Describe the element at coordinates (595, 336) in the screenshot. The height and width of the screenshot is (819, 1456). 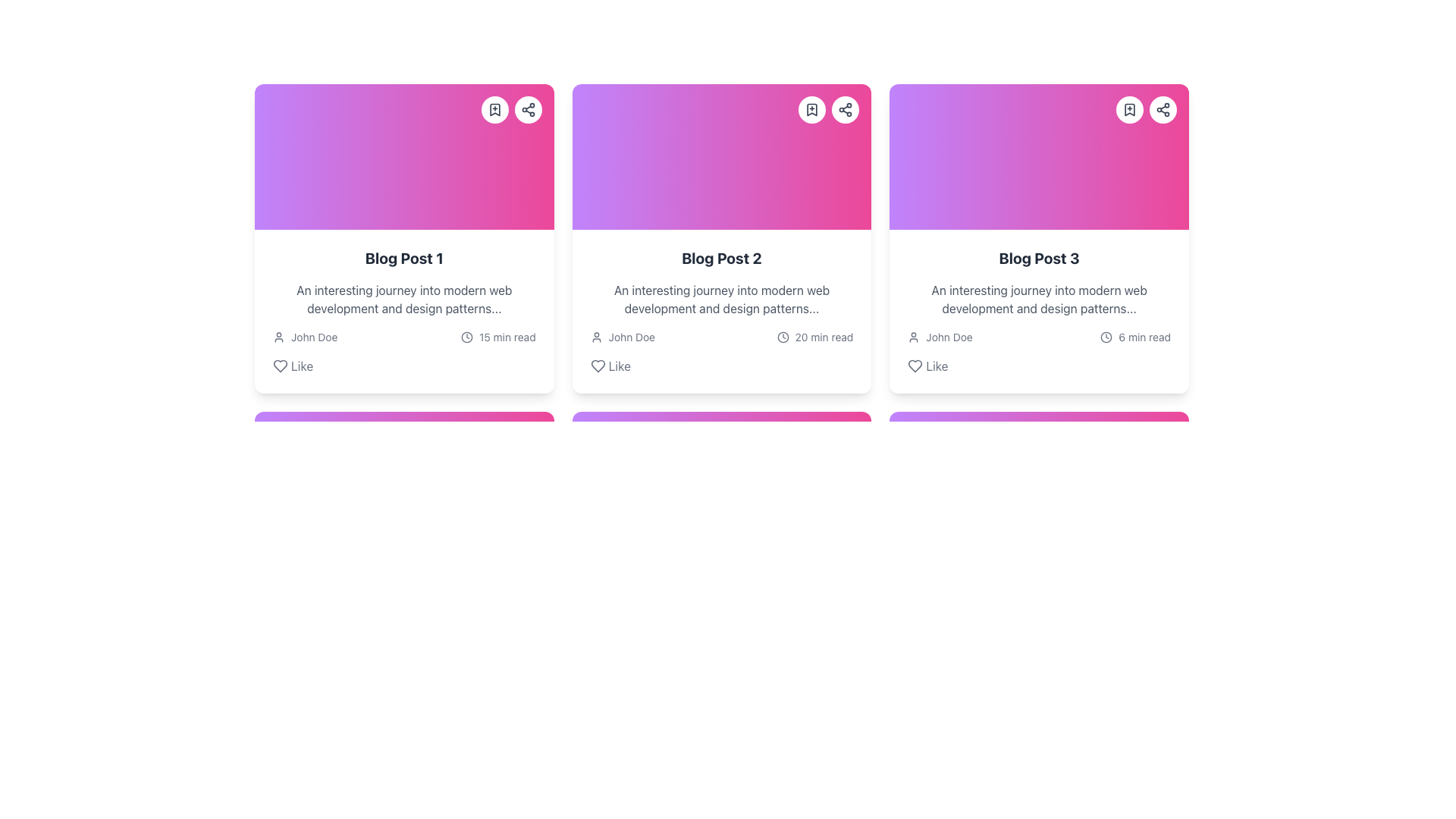
I see `the user profile avatar icon, which is a monochromatic SVG icon styled with a minimalist design, located left of the text 'John Doe' in the bottom section of the first card labeled 'Blog Post 1.'` at that location.